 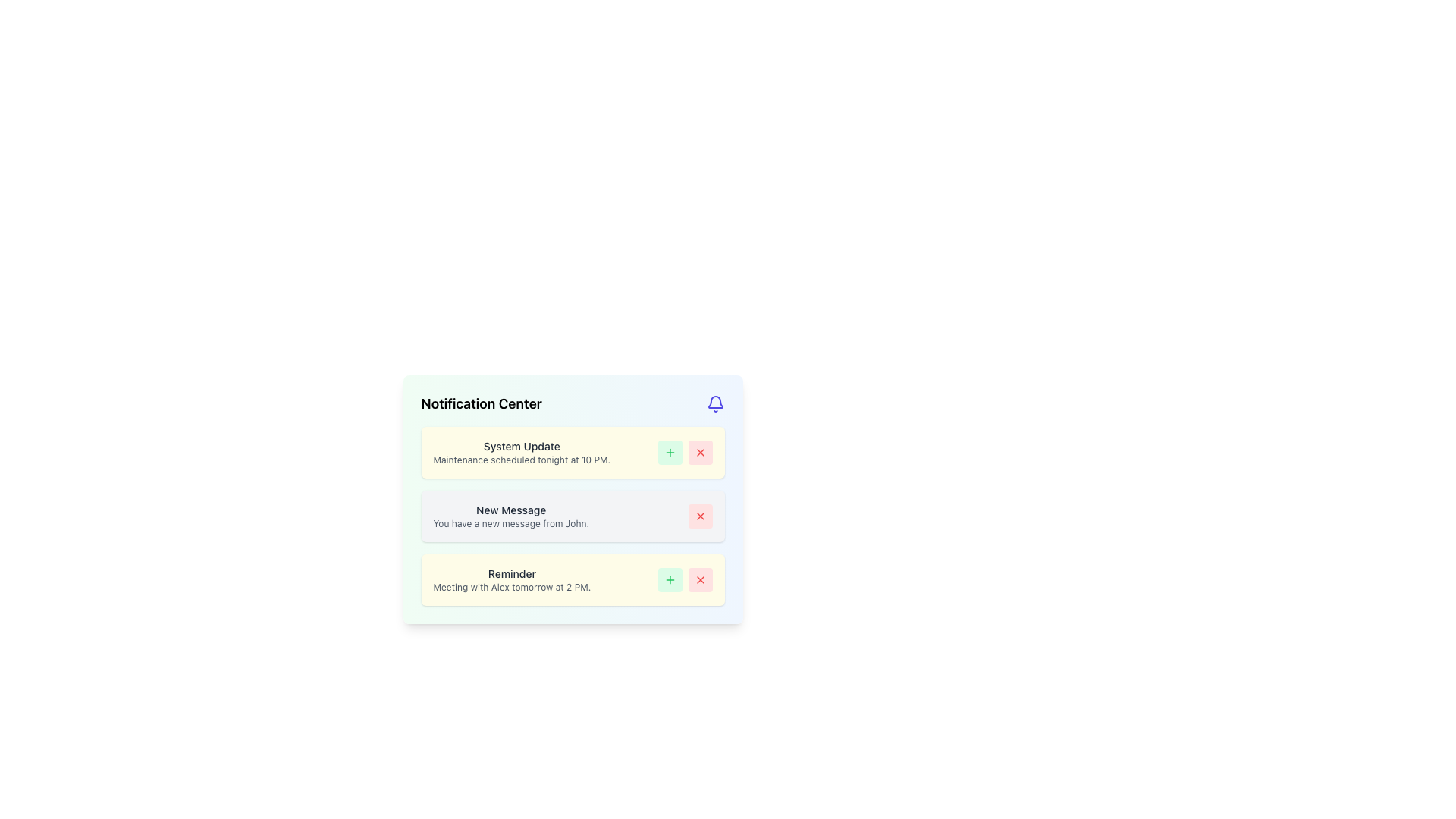 What do you see at coordinates (522, 452) in the screenshot?
I see `the static informational text titled 'System Update' that displays the message 'Maintenance scheduled tonight at 10 PM' within the notification center` at bounding box center [522, 452].